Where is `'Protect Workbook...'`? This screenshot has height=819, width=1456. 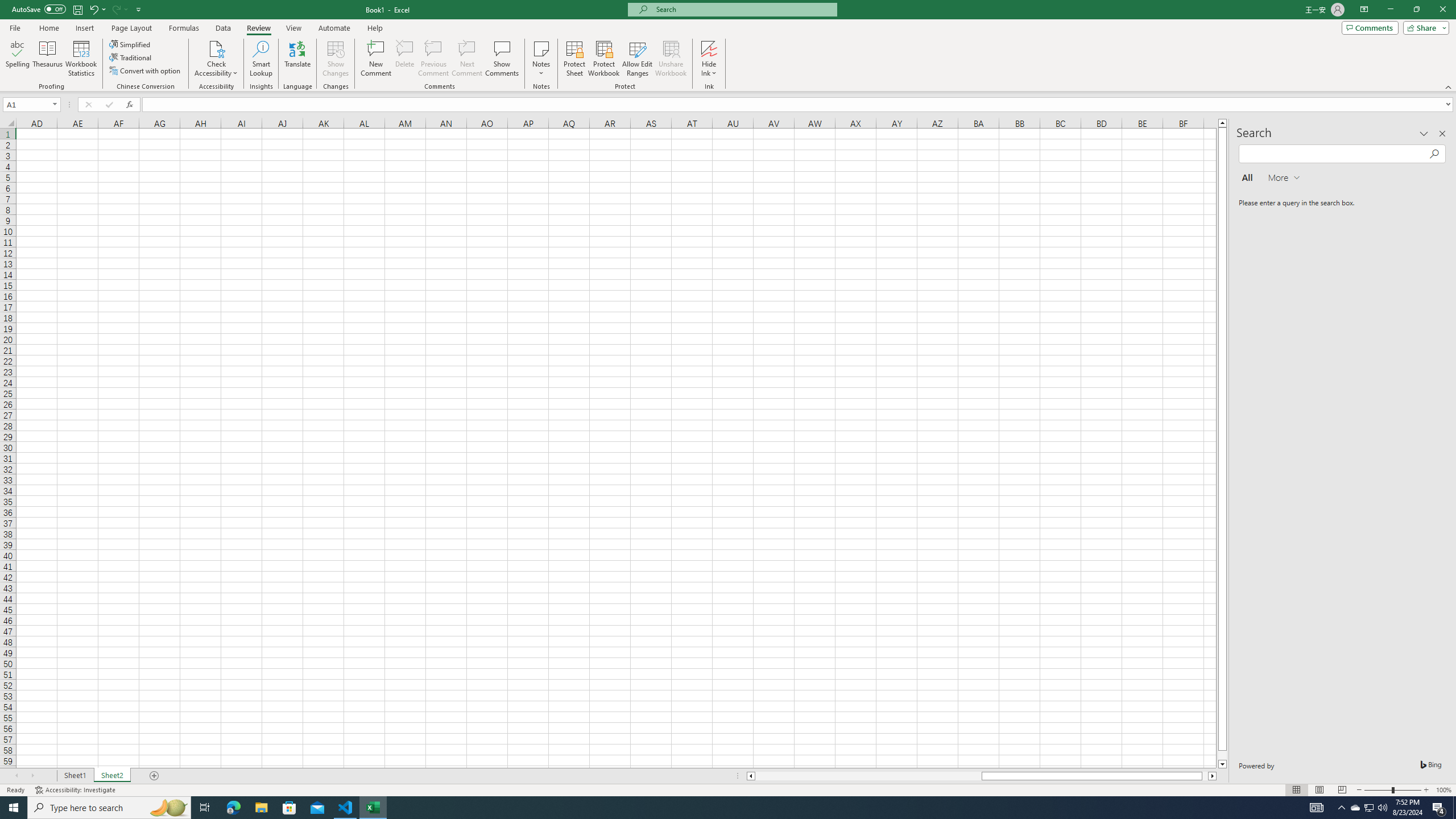 'Protect Workbook...' is located at coordinates (603, 59).